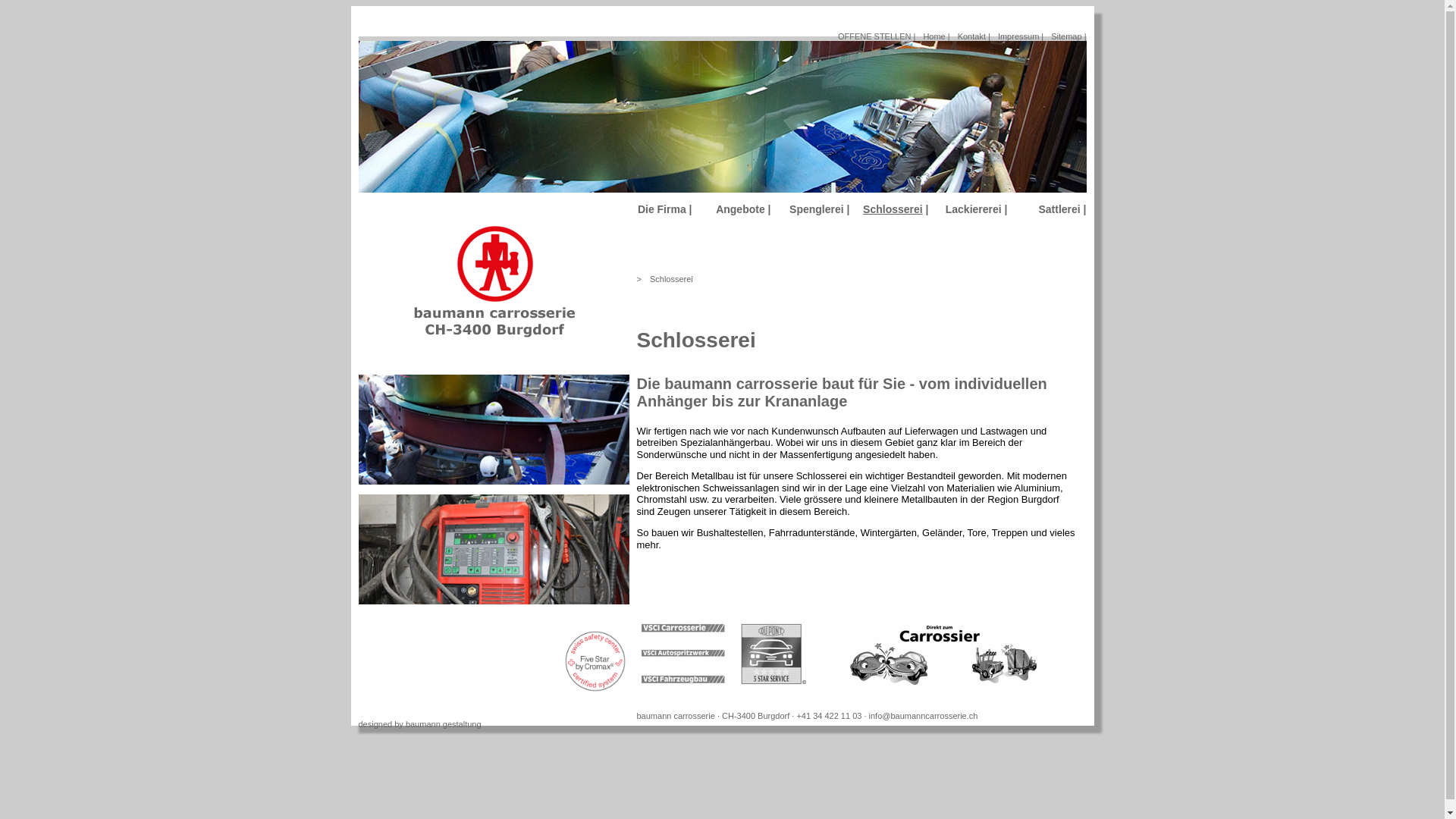  Describe the element at coordinates (715, 209) in the screenshot. I see `'Angebote'` at that location.